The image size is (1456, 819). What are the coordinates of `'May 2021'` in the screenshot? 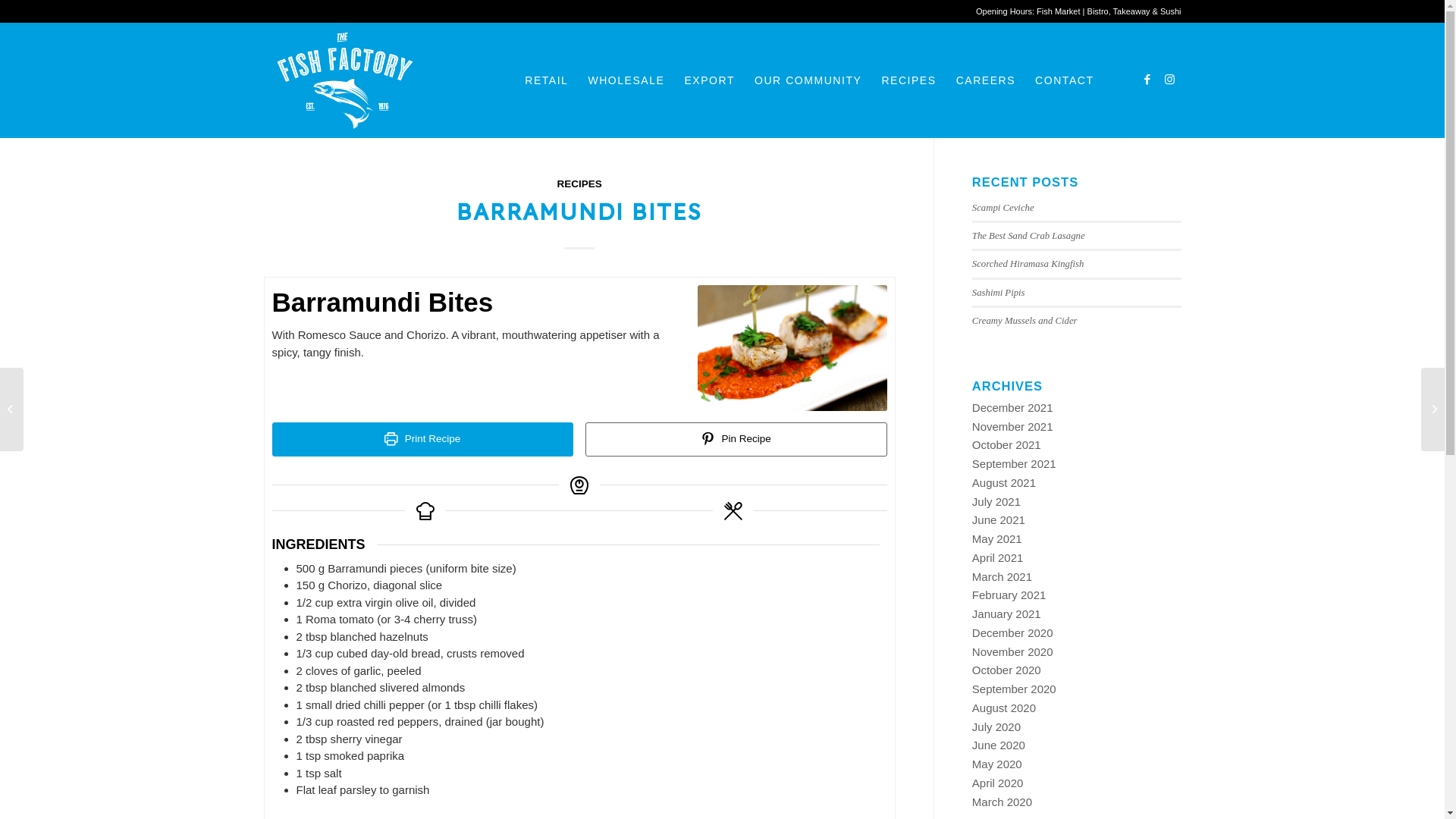 It's located at (997, 538).